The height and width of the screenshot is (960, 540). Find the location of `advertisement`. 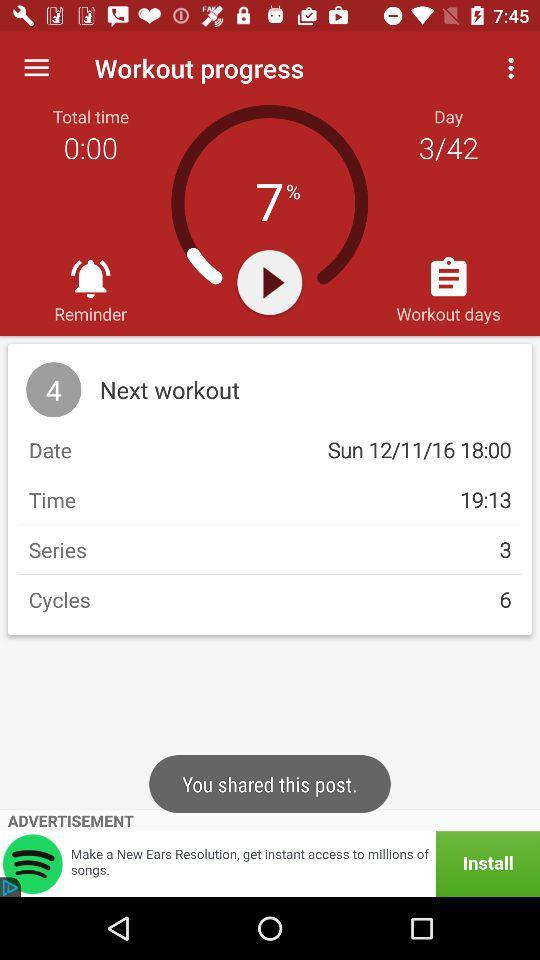

advertisement is located at coordinates (270, 863).